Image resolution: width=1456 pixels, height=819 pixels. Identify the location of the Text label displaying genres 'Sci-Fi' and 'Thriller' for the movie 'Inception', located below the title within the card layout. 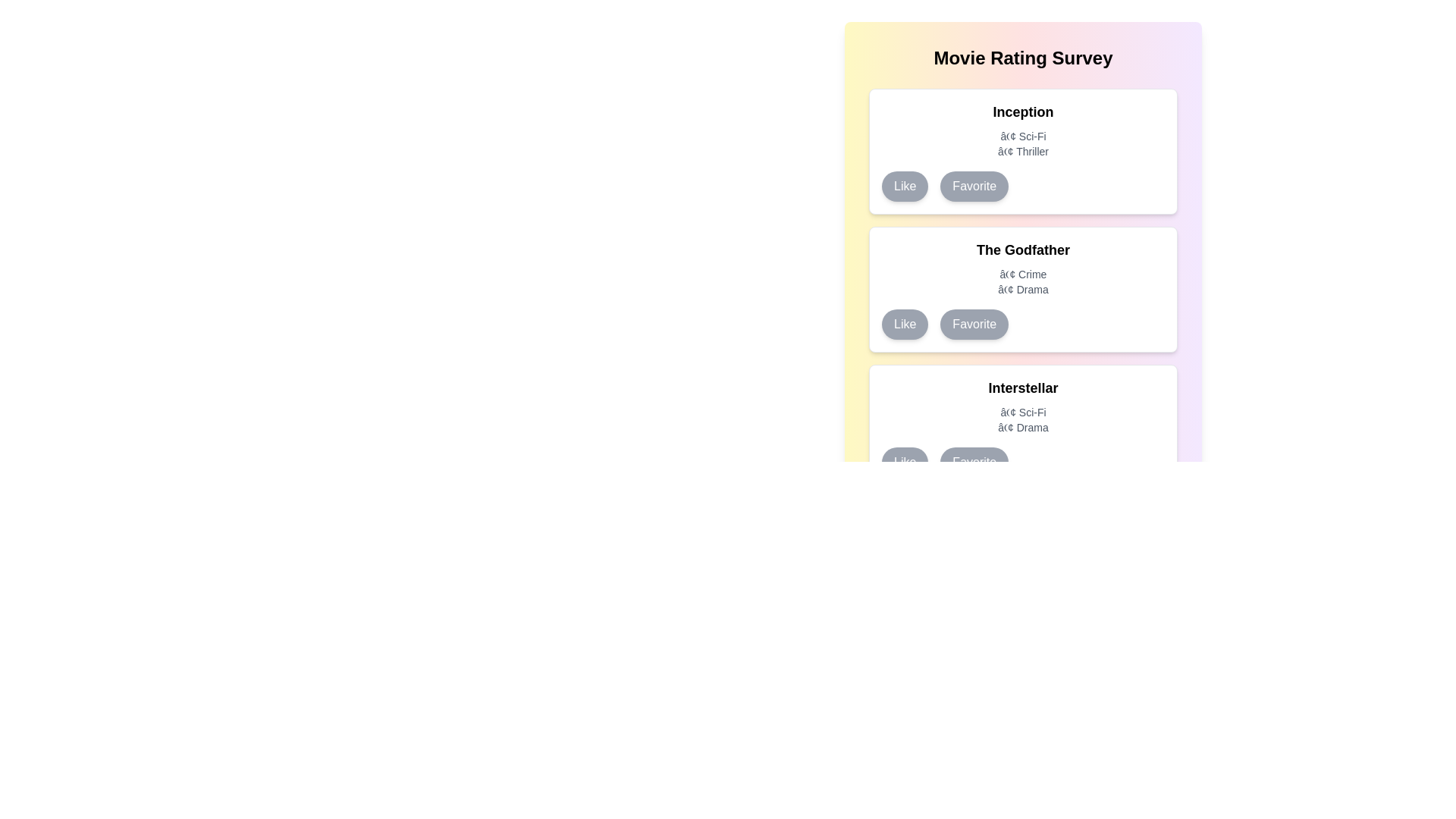
(1023, 143).